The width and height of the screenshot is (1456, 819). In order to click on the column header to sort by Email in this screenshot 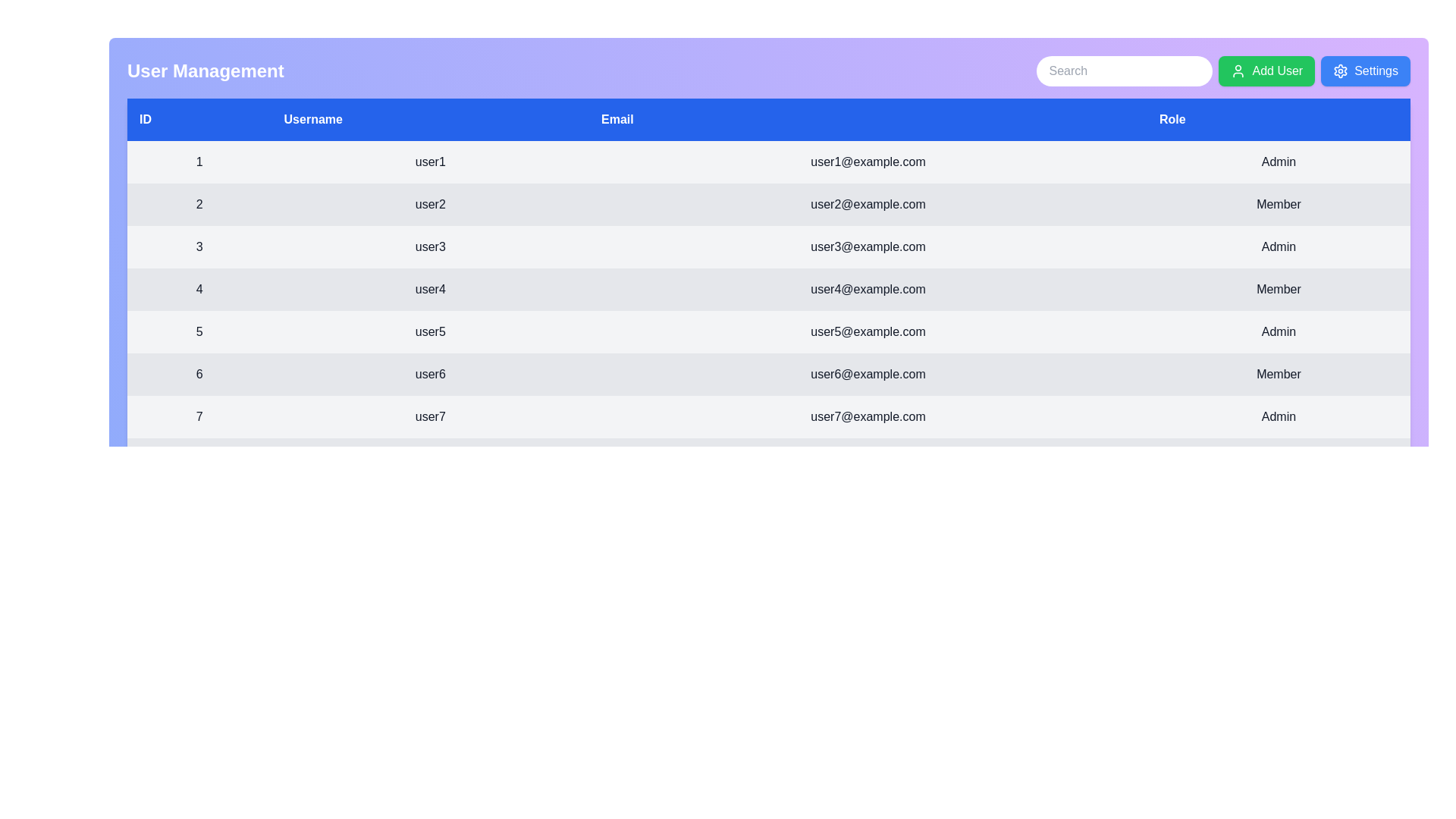, I will do `click(868, 119)`.